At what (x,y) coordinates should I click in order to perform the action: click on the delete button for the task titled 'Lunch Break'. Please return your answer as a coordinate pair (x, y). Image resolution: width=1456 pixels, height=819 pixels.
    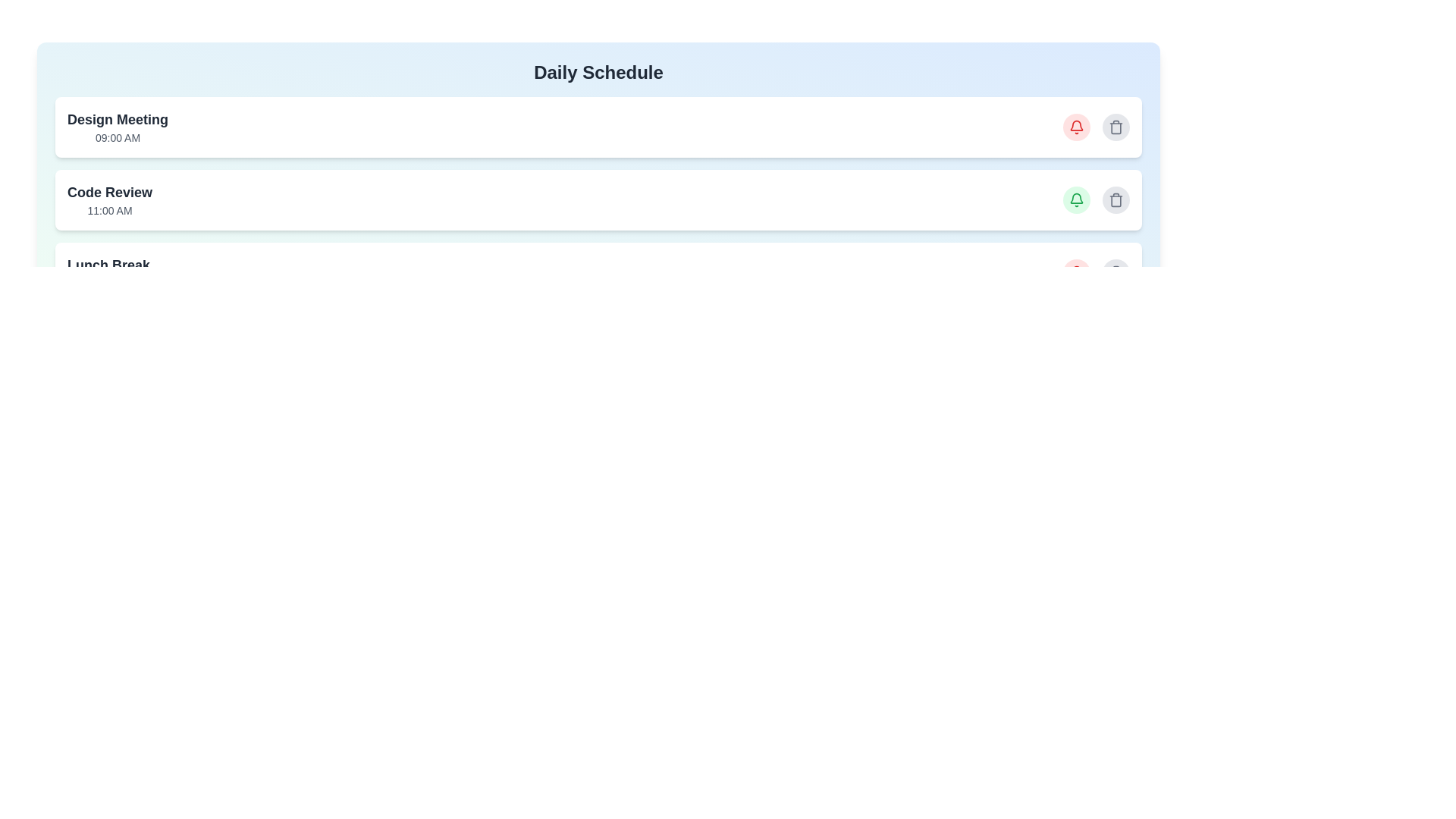
    Looking at the image, I should click on (1116, 271).